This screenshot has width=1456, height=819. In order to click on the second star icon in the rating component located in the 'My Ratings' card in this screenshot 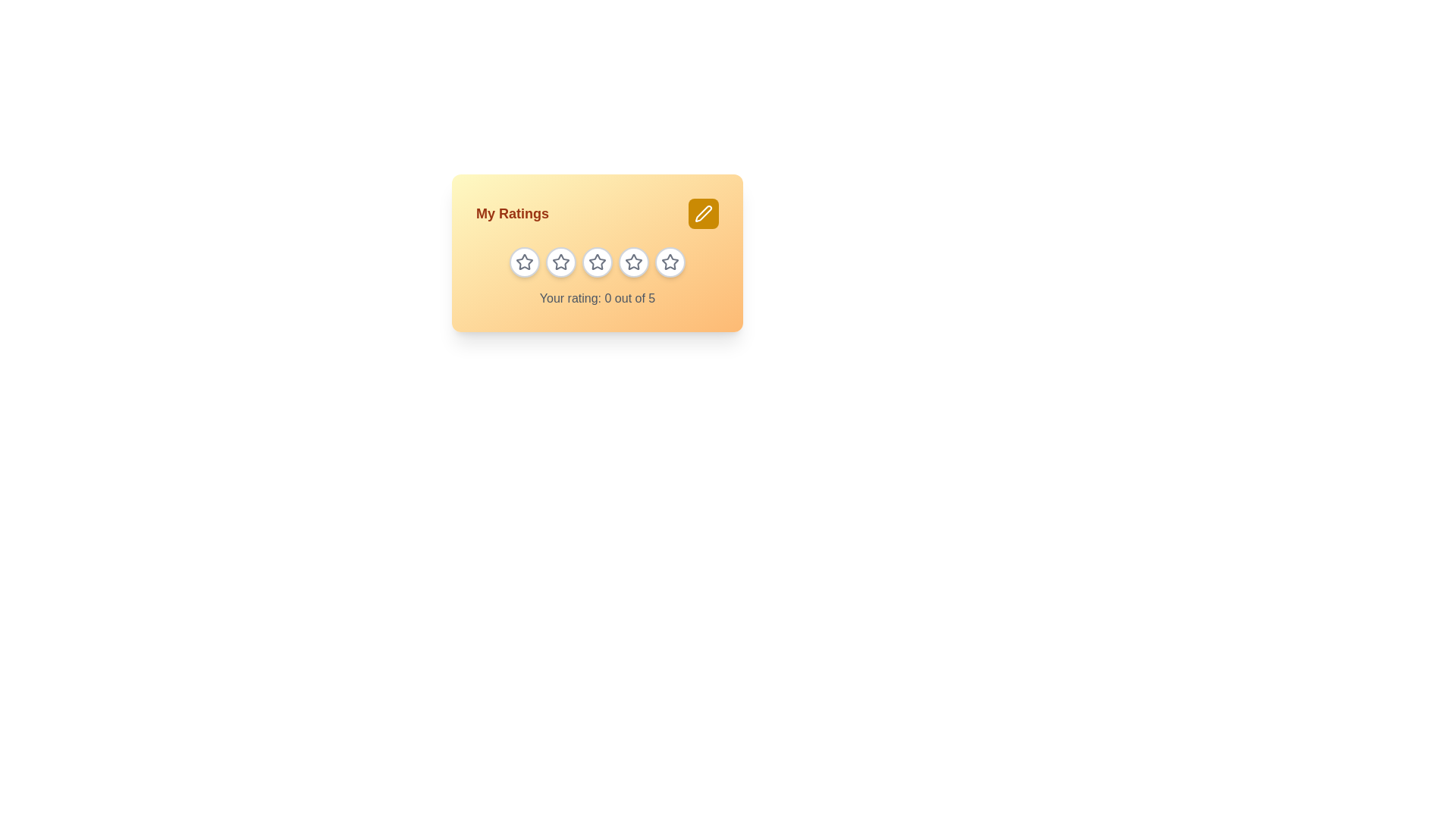, I will do `click(560, 261)`.